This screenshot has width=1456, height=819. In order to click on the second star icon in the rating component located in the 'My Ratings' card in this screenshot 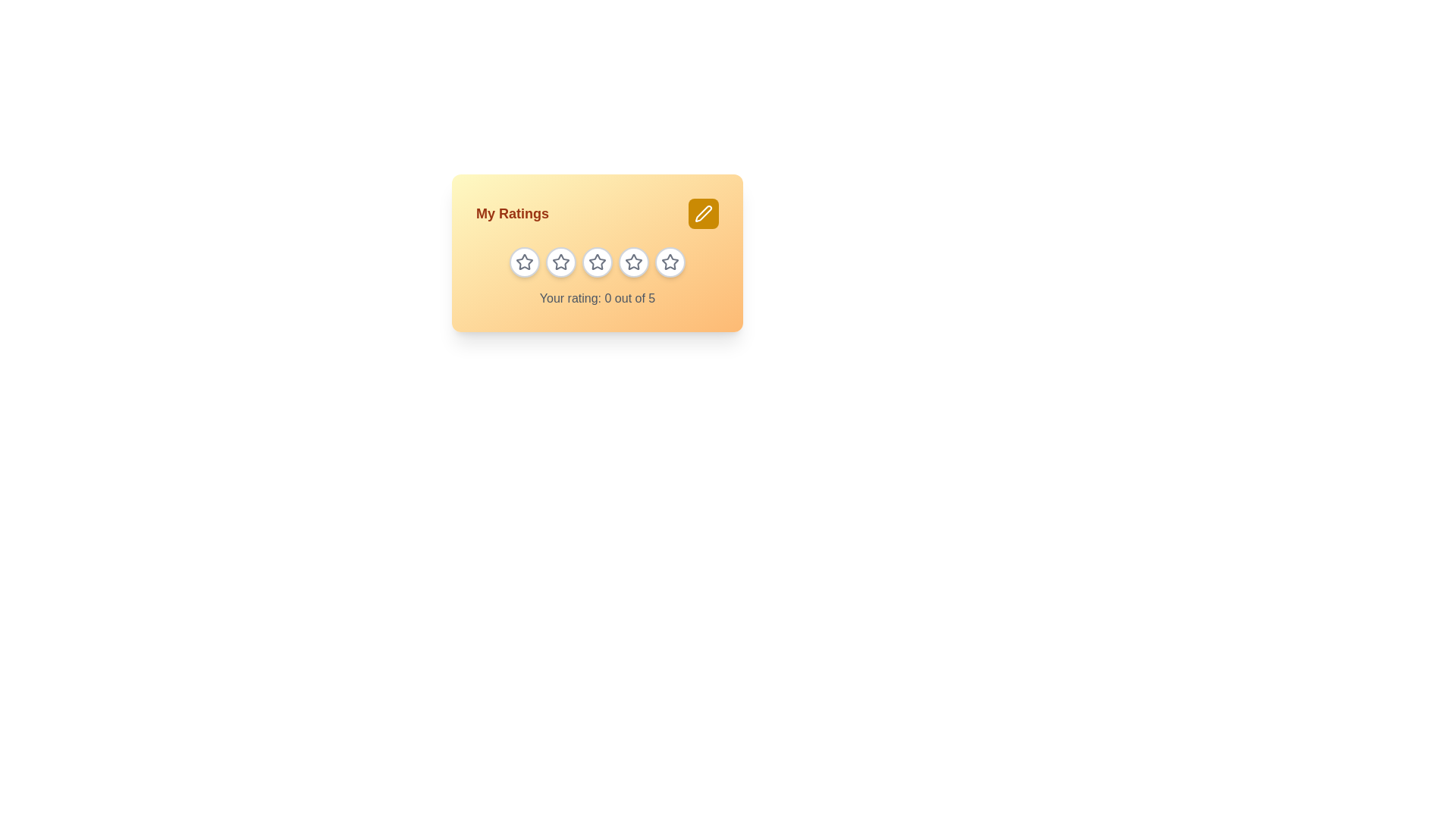, I will do `click(560, 261)`.